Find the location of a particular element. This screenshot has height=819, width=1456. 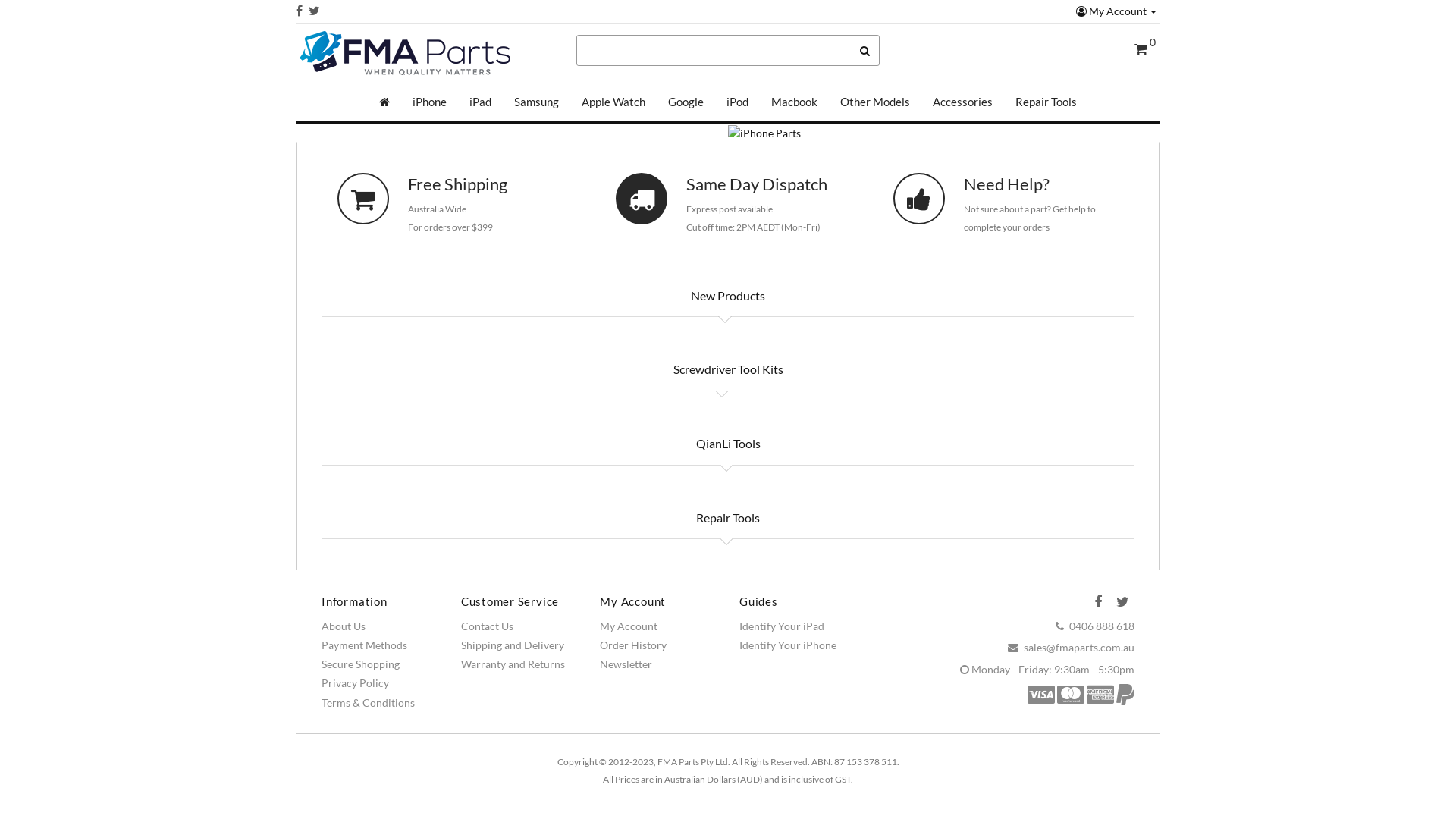

'Screwdriver Tool Kits' is located at coordinates (726, 369).